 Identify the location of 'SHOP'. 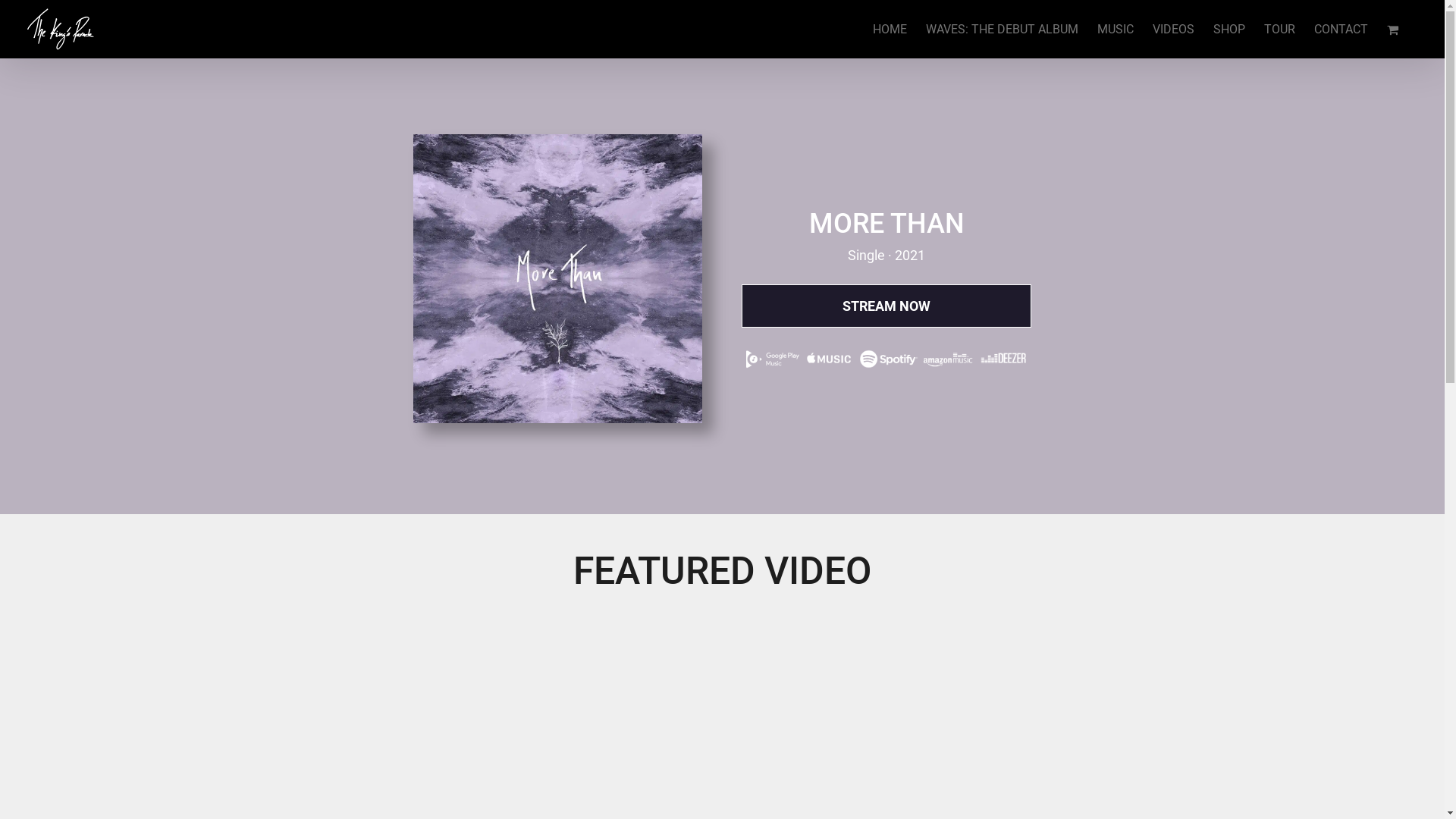
(1229, 29).